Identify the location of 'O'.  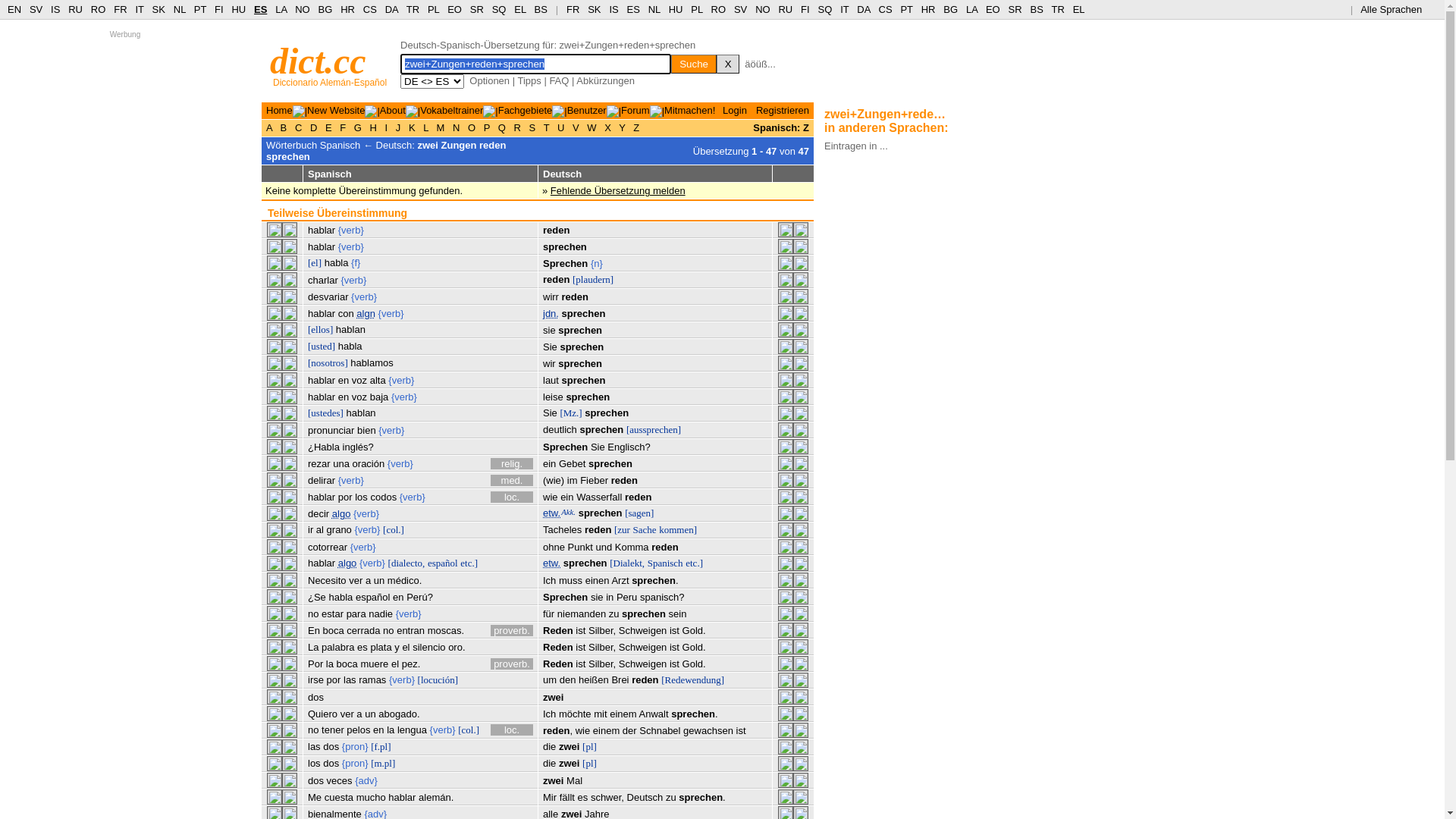
(470, 127).